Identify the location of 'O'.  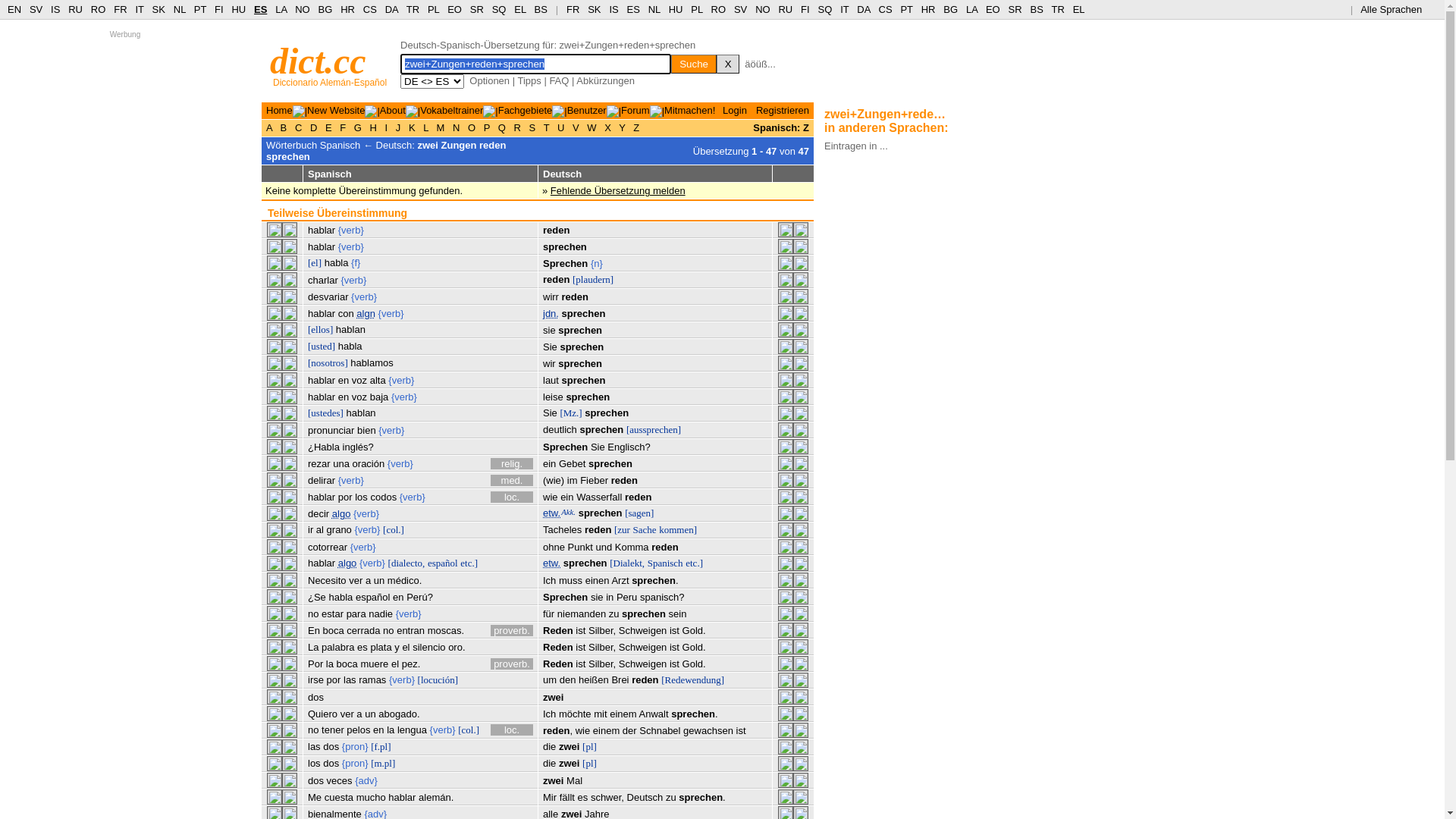
(470, 127).